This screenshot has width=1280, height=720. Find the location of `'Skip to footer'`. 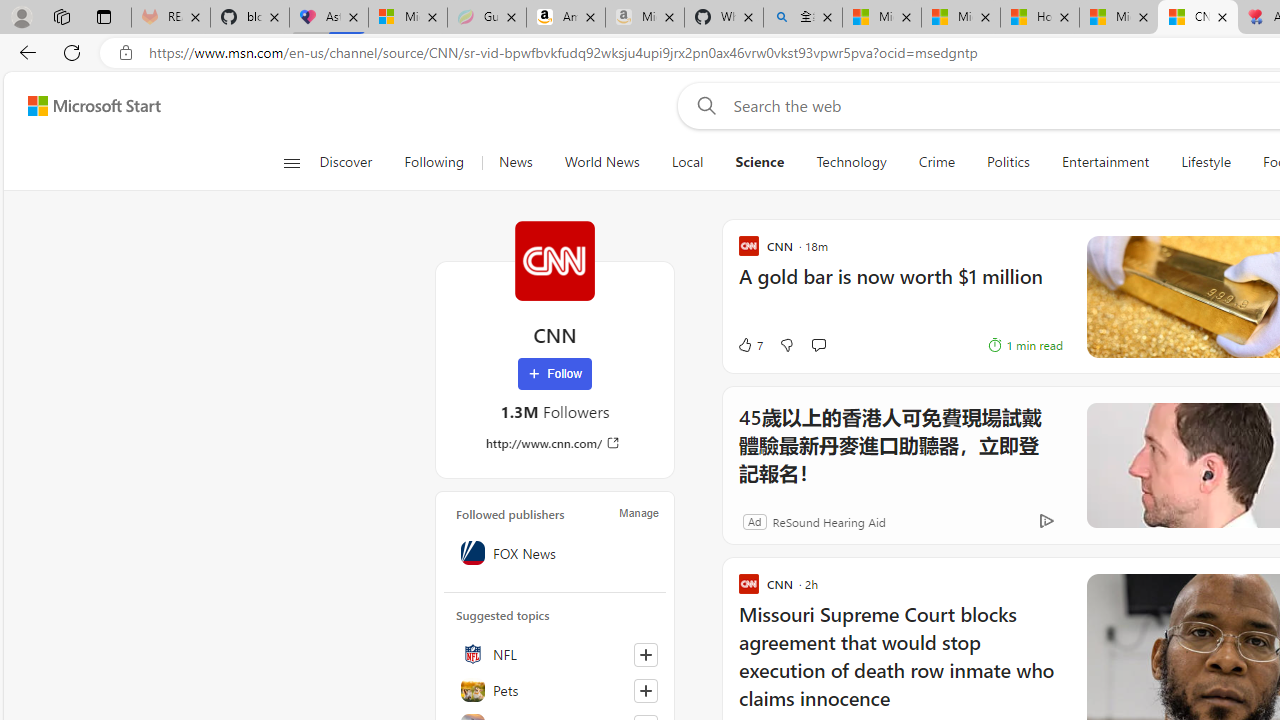

'Skip to footer' is located at coordinates (81, 105).